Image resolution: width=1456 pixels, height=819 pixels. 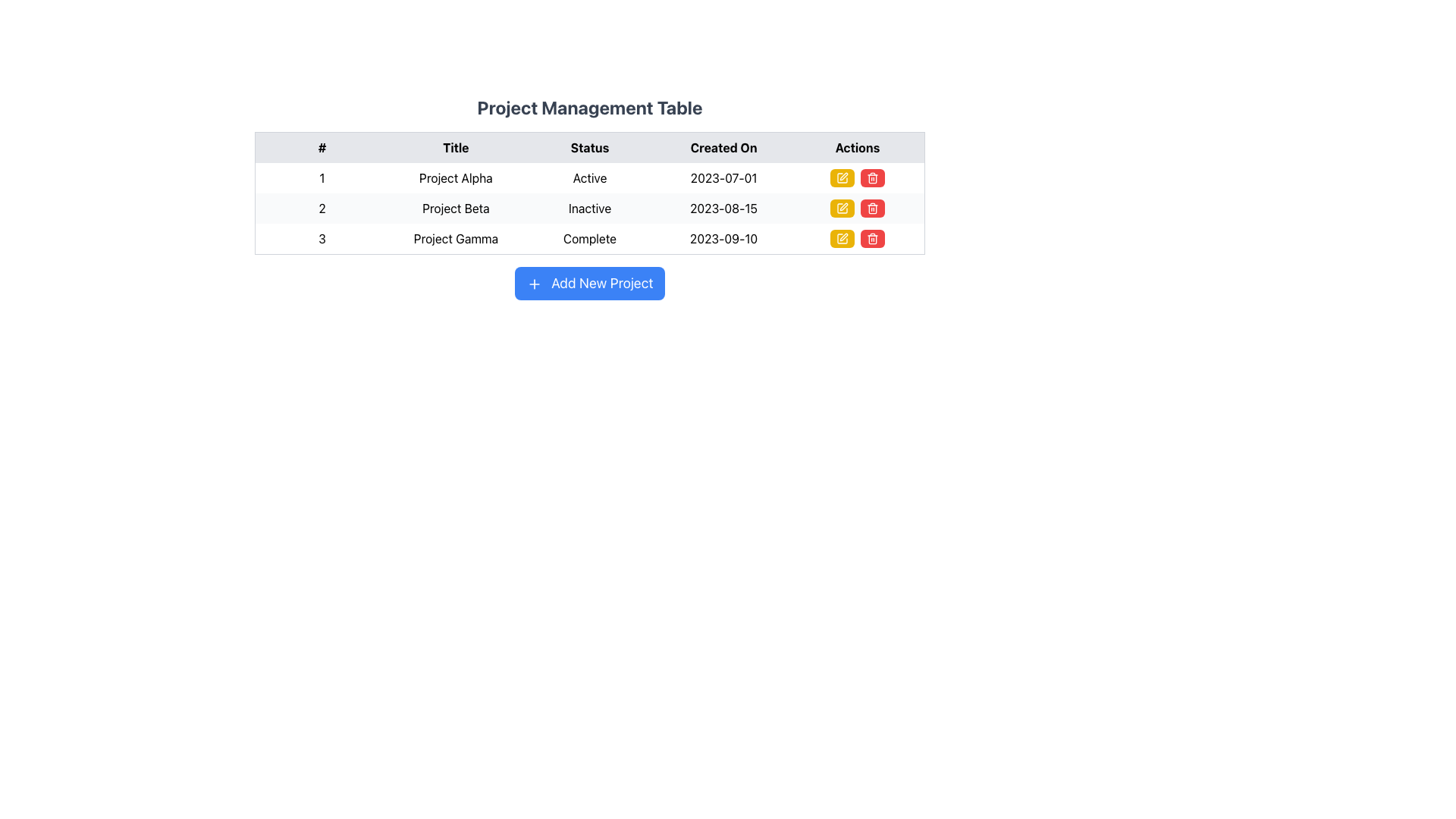 I want to click on the 'Add New Project' button with a blue background and rounded corners located at the bottom of the projects table, so click(x=588, y=284).